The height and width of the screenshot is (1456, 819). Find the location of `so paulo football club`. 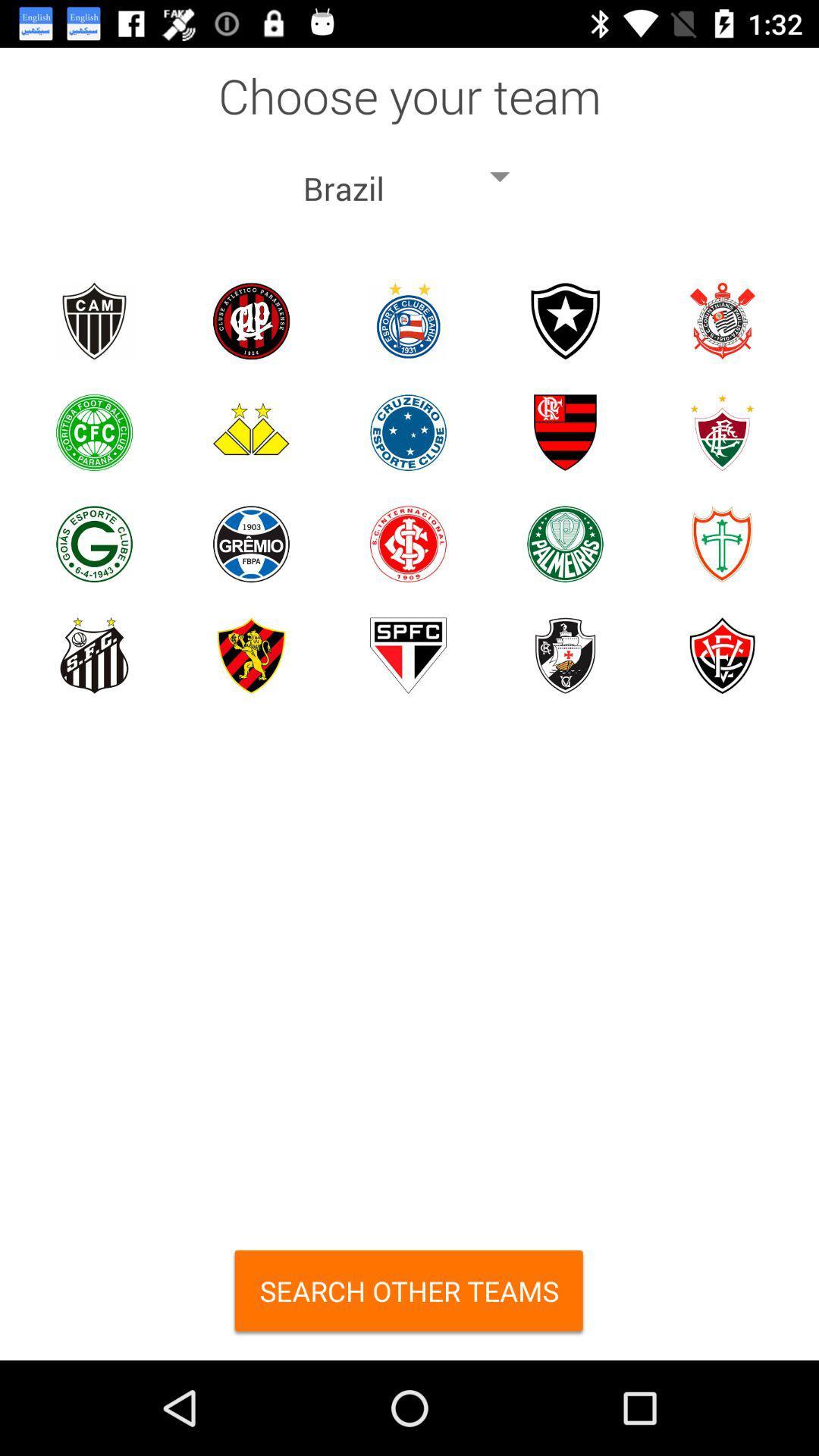

so paulo football club is located at coordinates (407, 655).